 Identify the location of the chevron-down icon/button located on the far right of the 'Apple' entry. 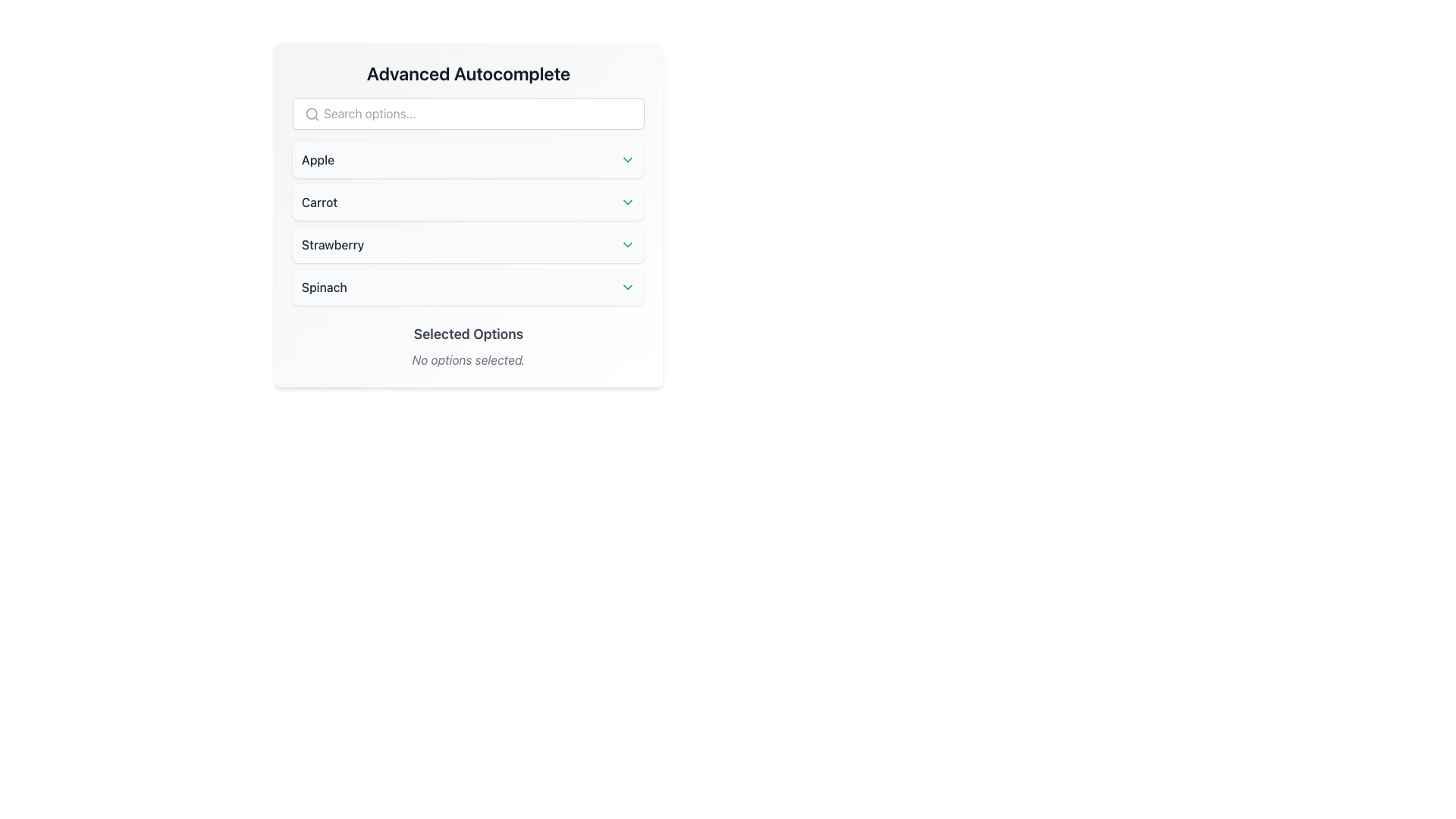
(628, 160).